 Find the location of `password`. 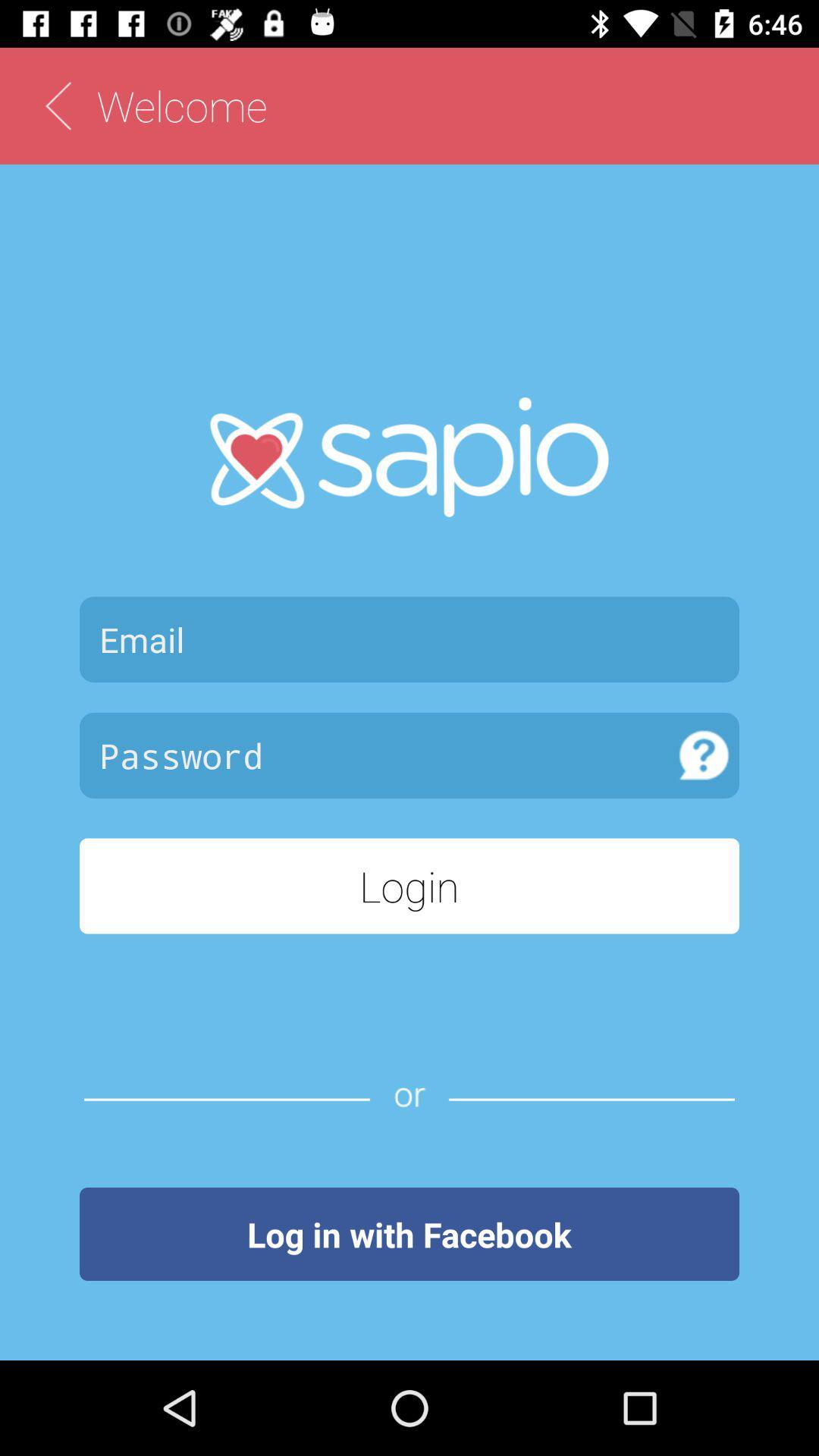

password is located at coordinates (374, 755).